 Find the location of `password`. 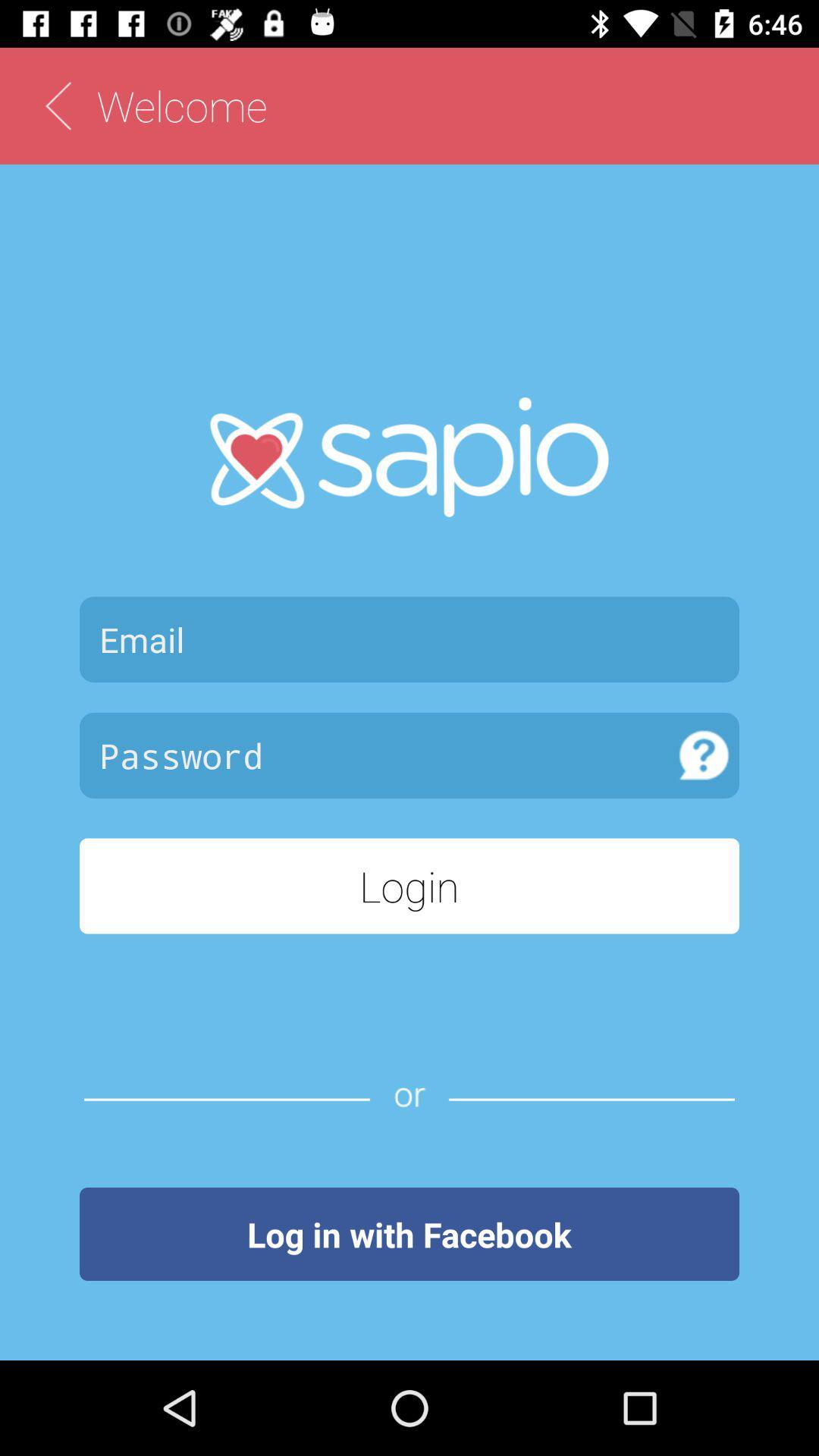

password is located at coordinates (374, 755).